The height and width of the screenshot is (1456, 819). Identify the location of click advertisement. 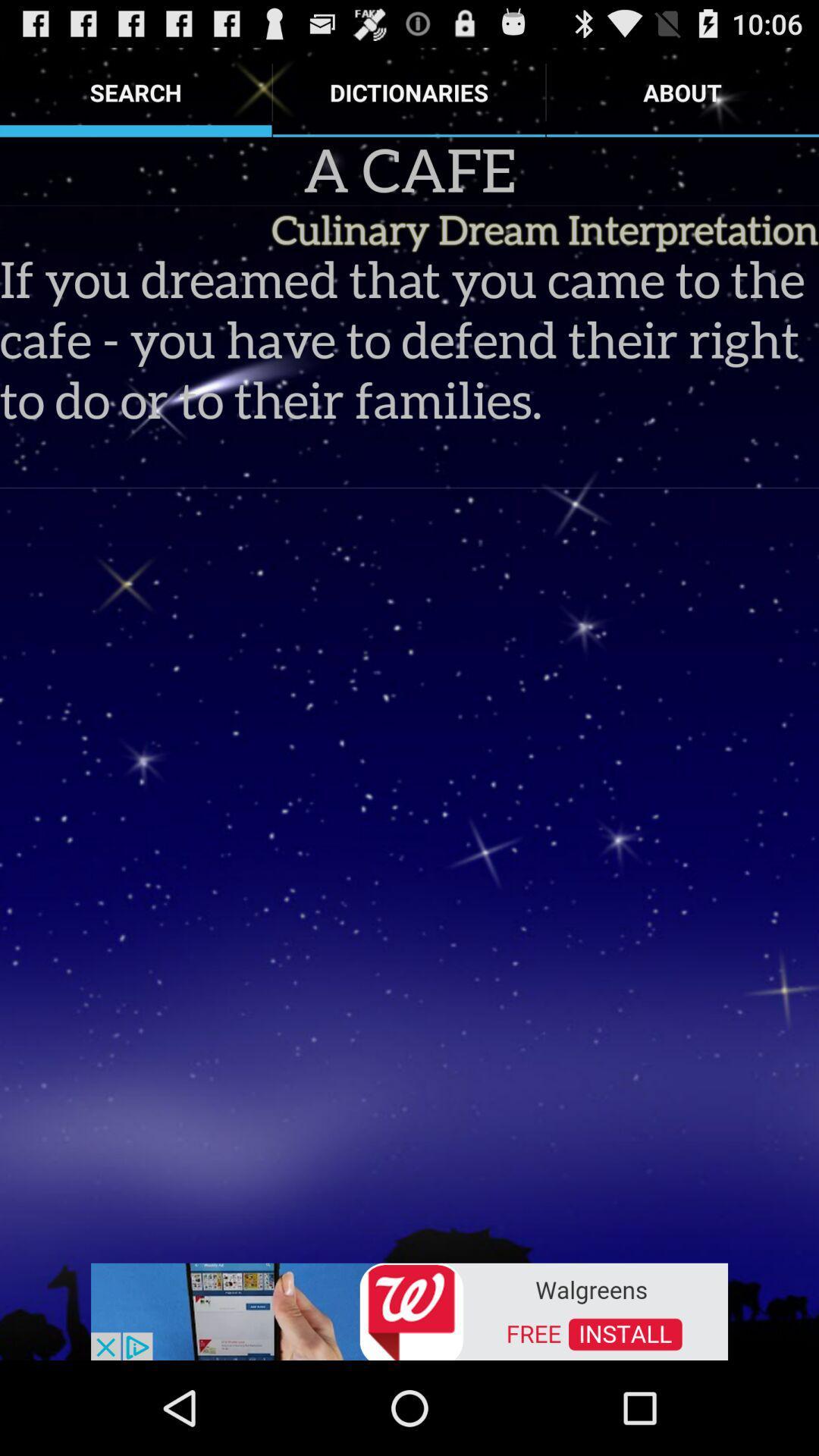
(409, 1310).